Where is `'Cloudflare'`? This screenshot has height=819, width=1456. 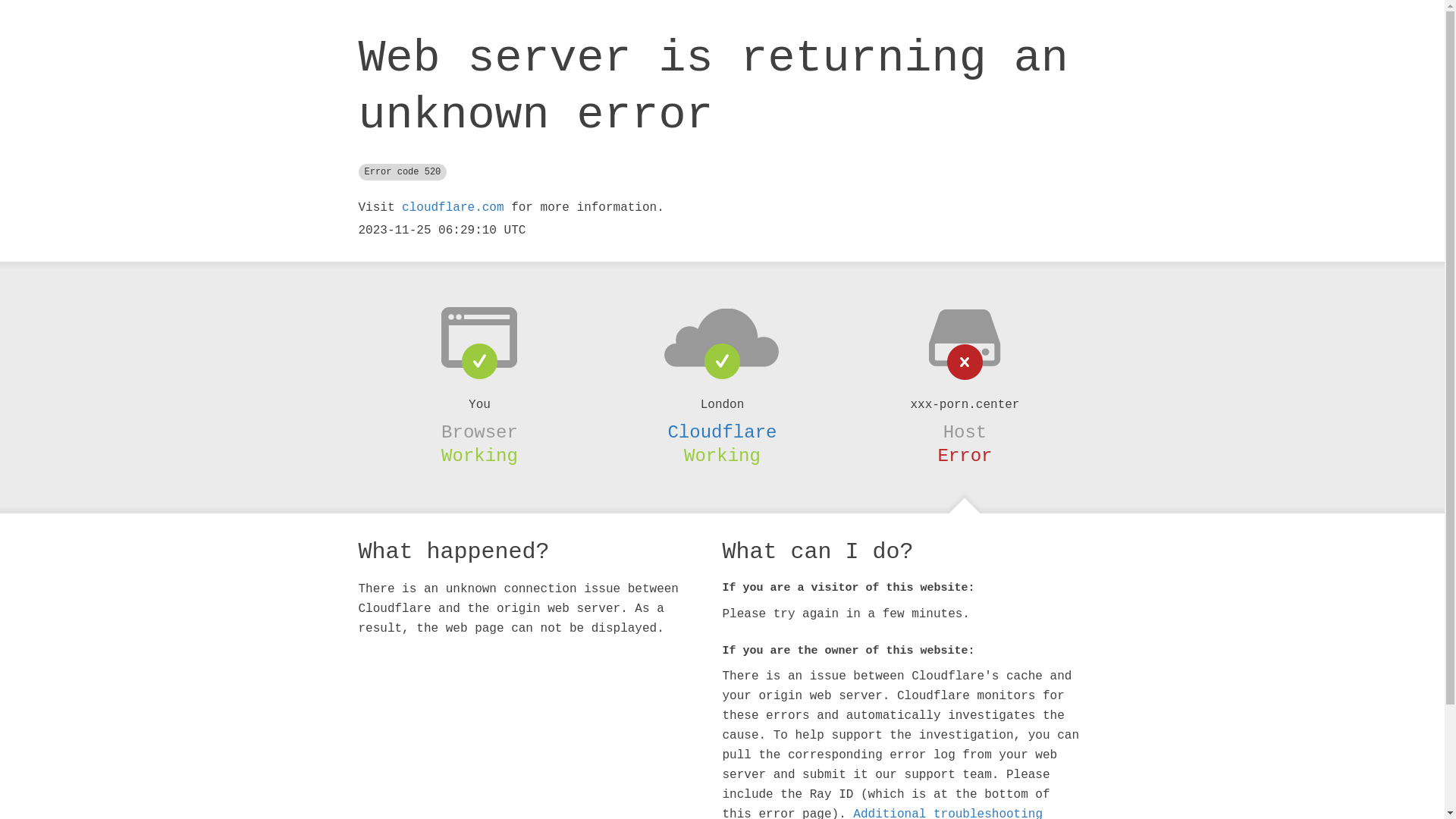 'Cloudflare' is located at coordinates (720, 432).